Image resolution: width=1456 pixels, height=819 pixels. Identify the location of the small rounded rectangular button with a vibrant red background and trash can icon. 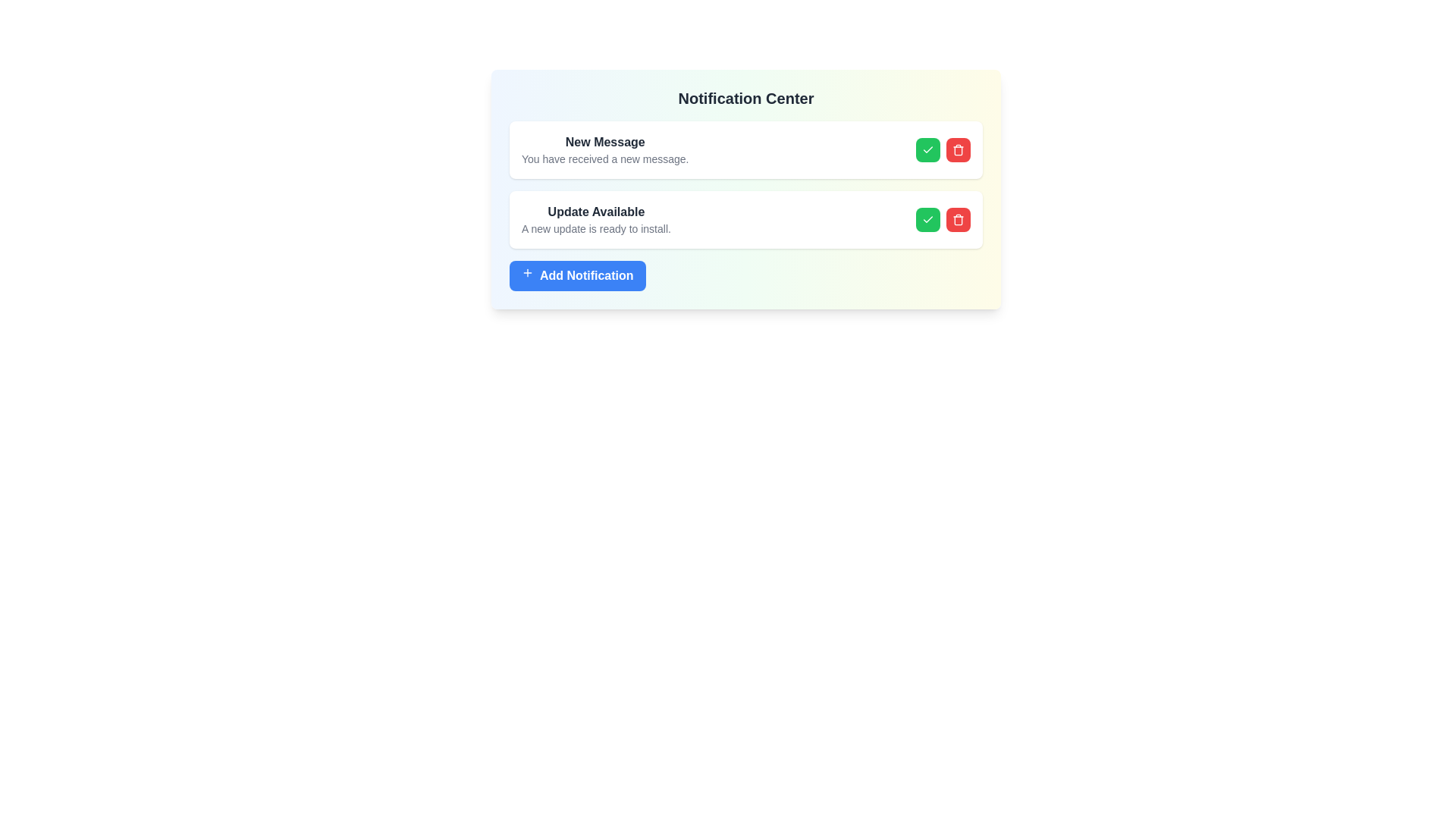
(957, 149).